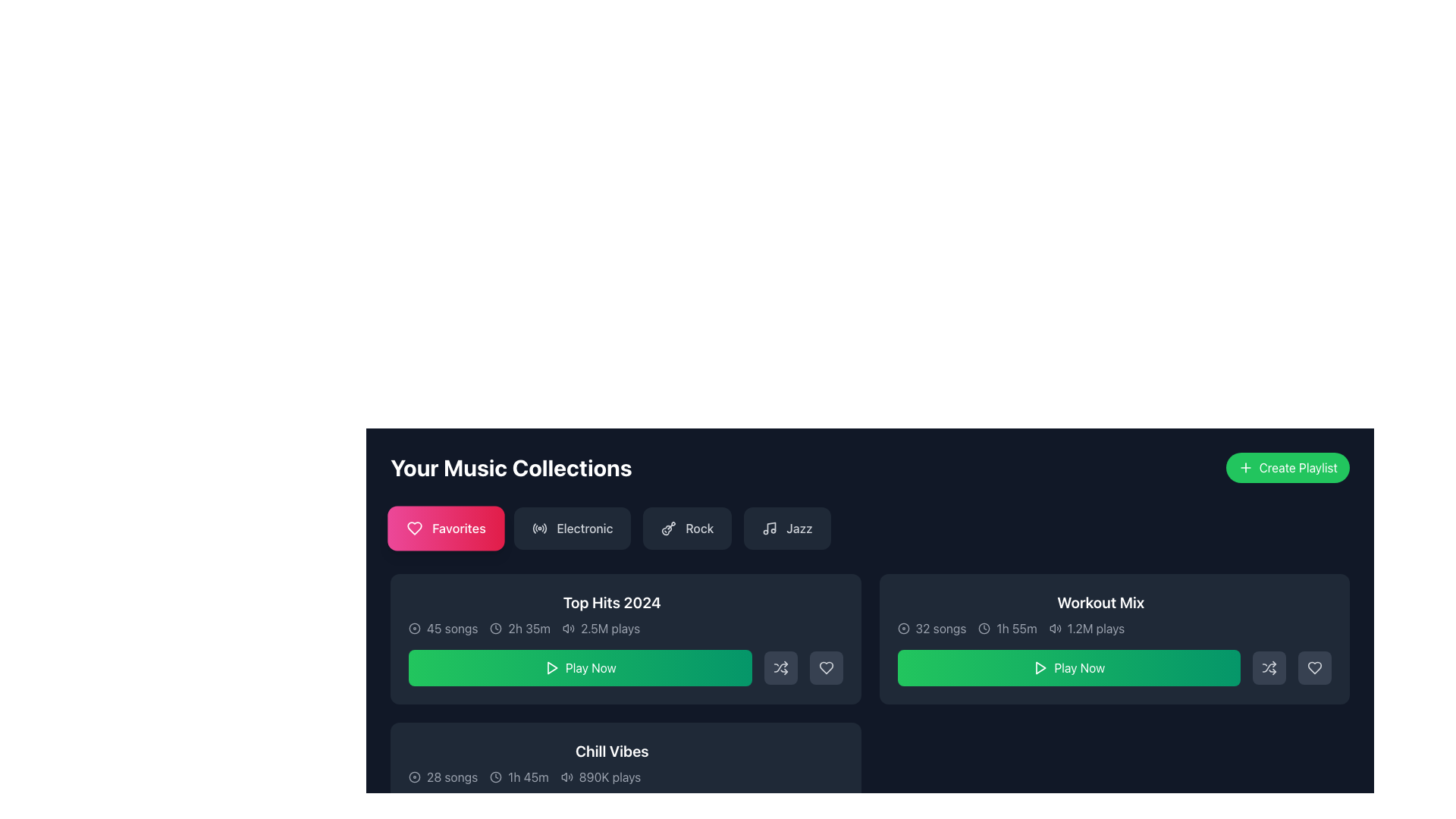 The image size is (1456, 819). Describe the element at coordinates (442, 629) in the screenshot. I see `the text label displaying '45 songs' with the accompanying circular icon resembling a CD, located in the first card of the music collections section` at that location.